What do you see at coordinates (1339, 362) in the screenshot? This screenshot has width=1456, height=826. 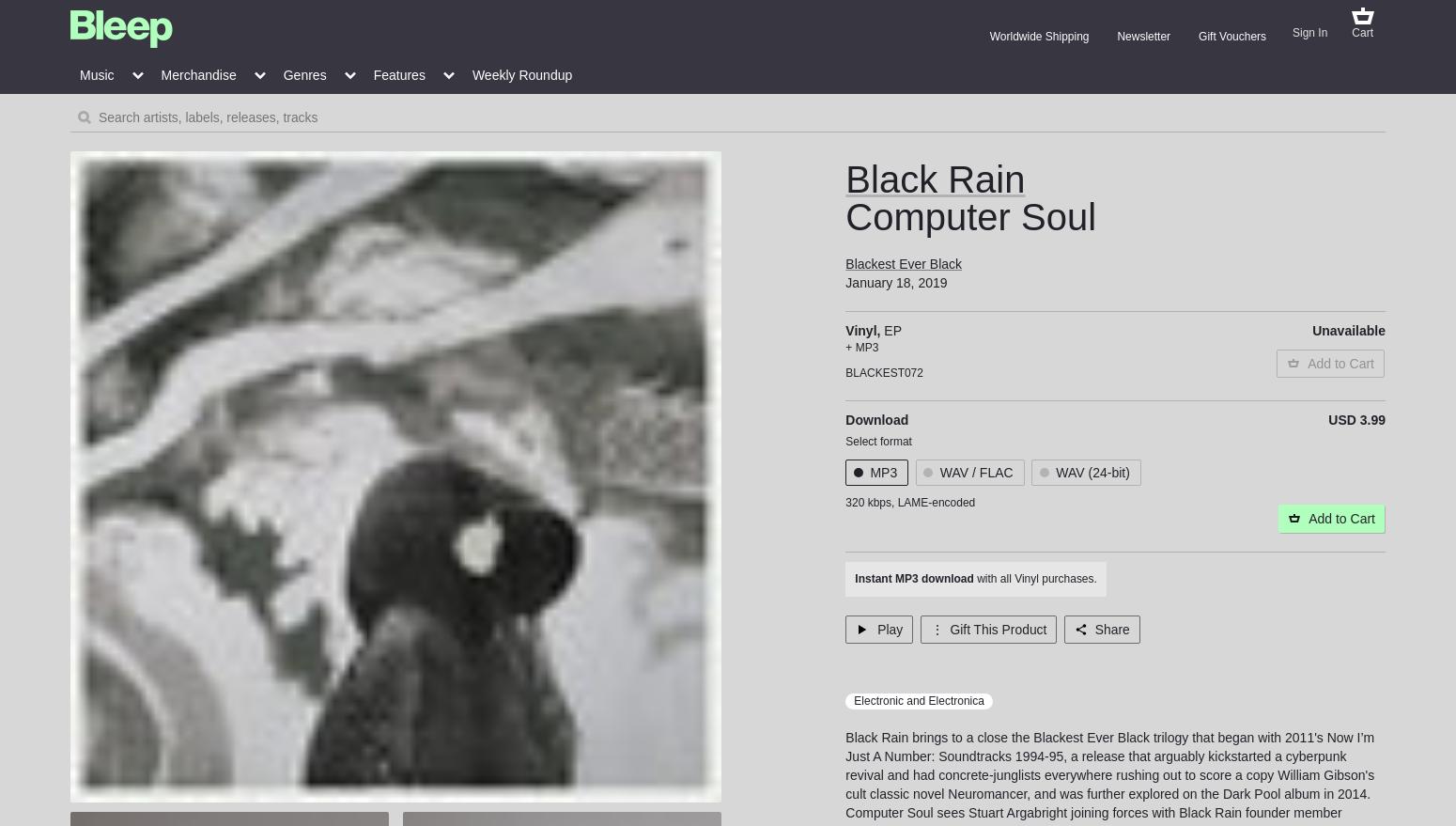 I see `'Add to Cart'` at bounding box center [1339, 362].